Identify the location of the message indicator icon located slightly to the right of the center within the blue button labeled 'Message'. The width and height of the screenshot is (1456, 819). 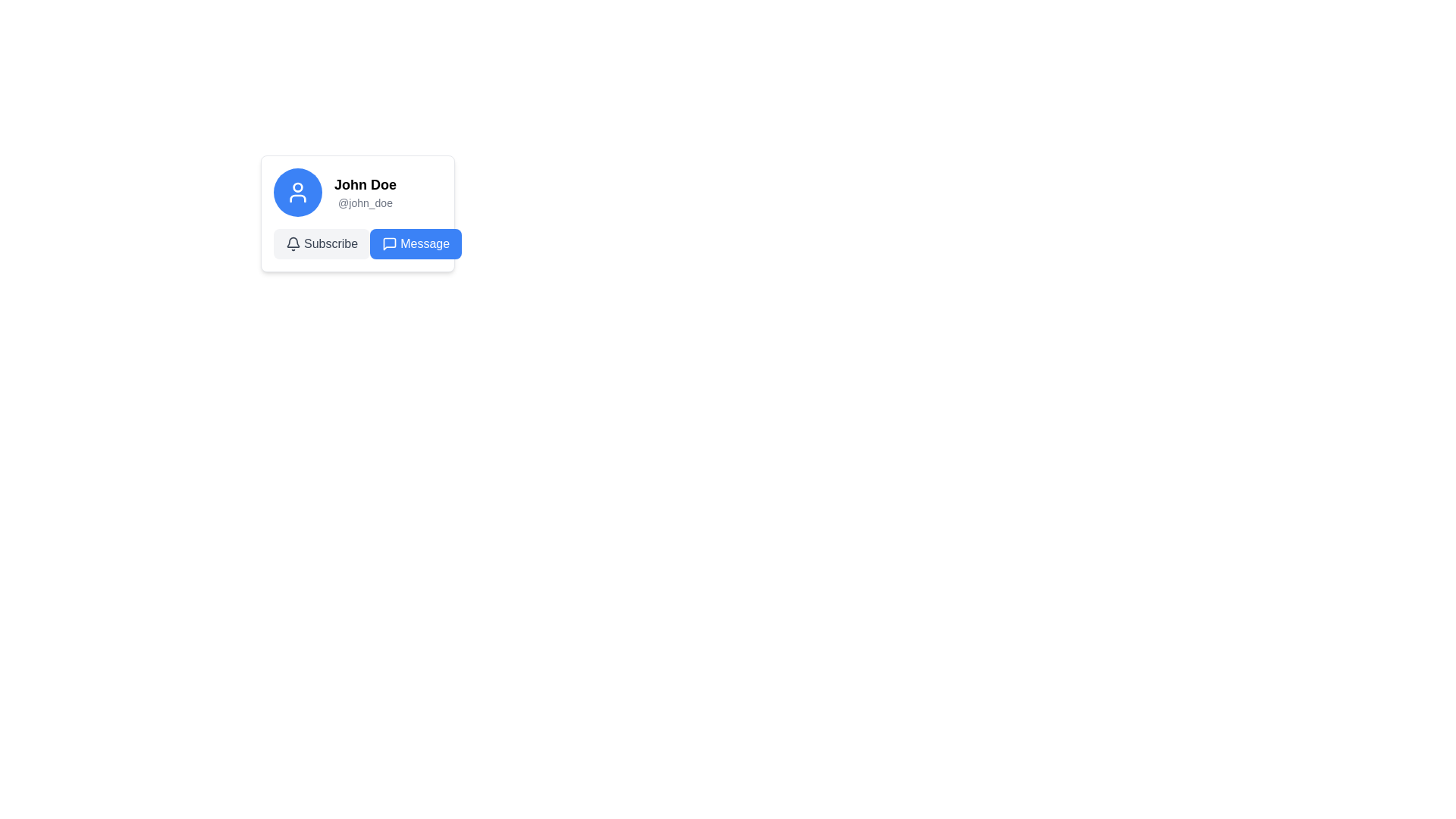
(390, 243).